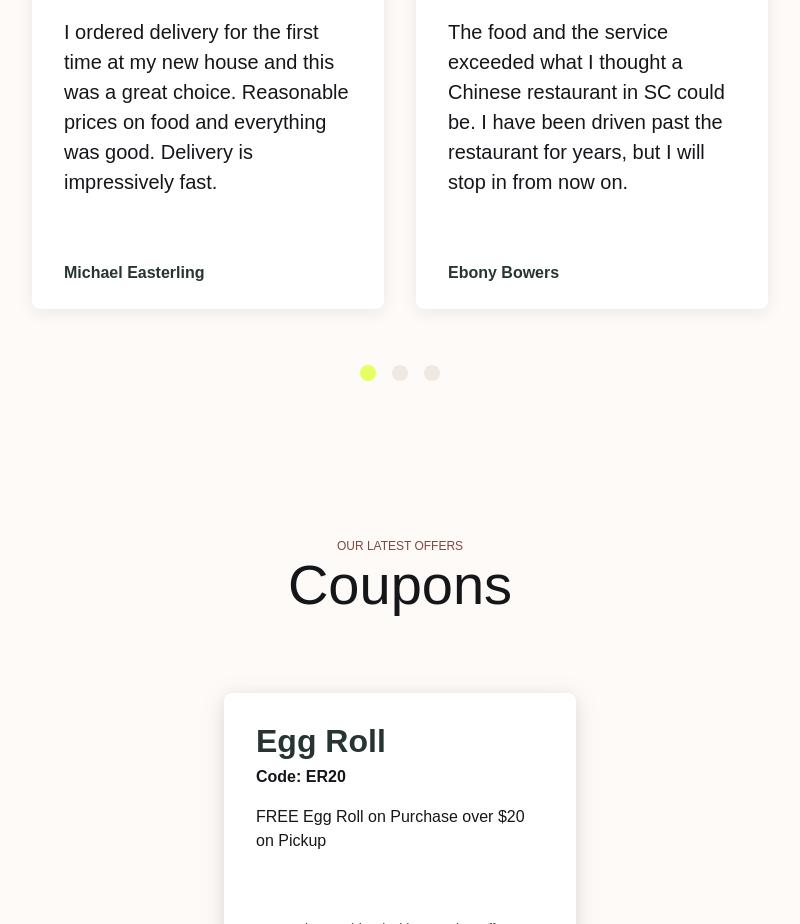 The height and width of the screenshot is (924, 800). Describe the element at coordinates (319, 740) in the screenshot. I see `'Egg Roll'` at that location.